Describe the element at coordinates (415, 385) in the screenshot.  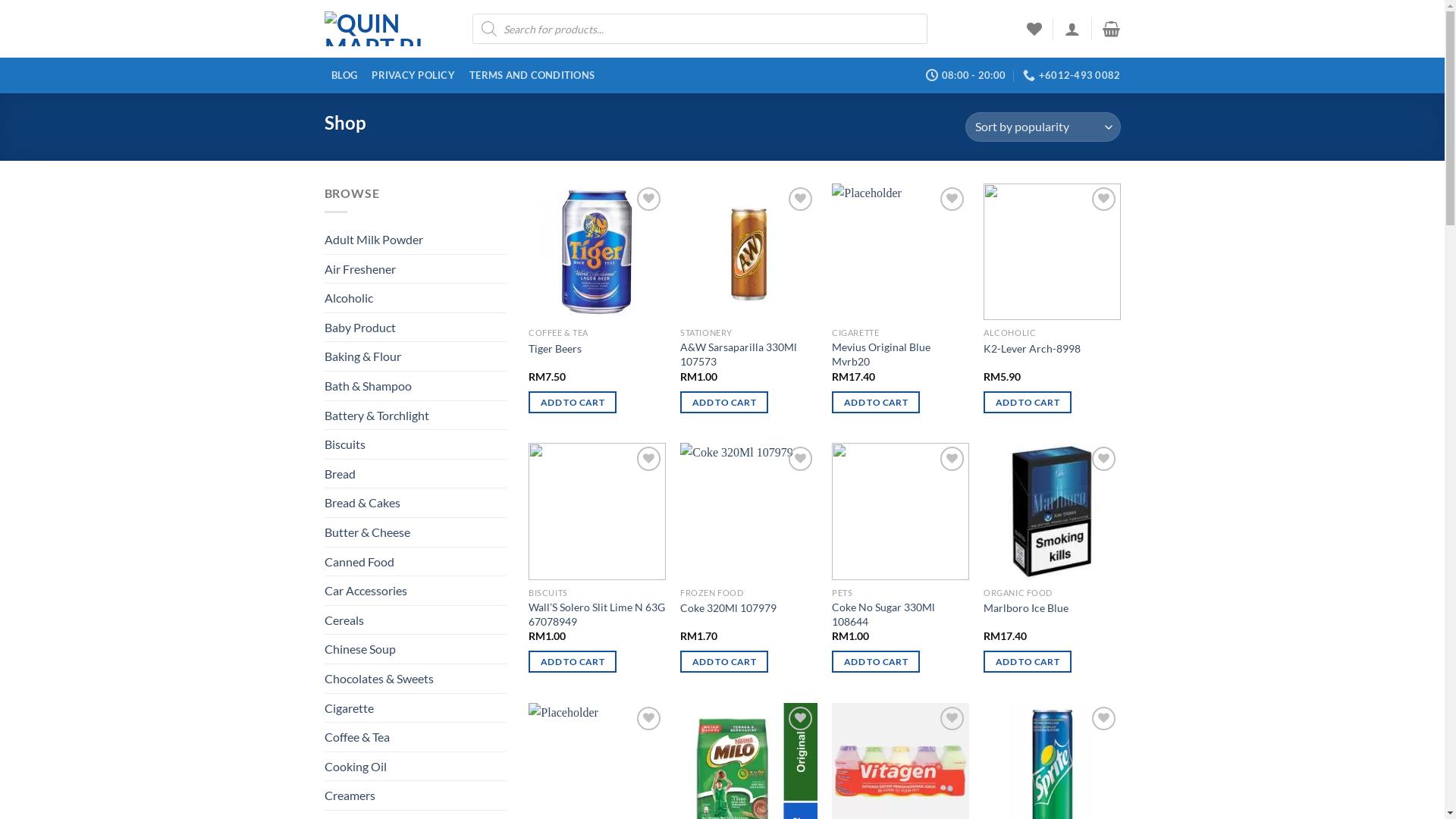
I see `'Bath & Shampoo'` at that location.